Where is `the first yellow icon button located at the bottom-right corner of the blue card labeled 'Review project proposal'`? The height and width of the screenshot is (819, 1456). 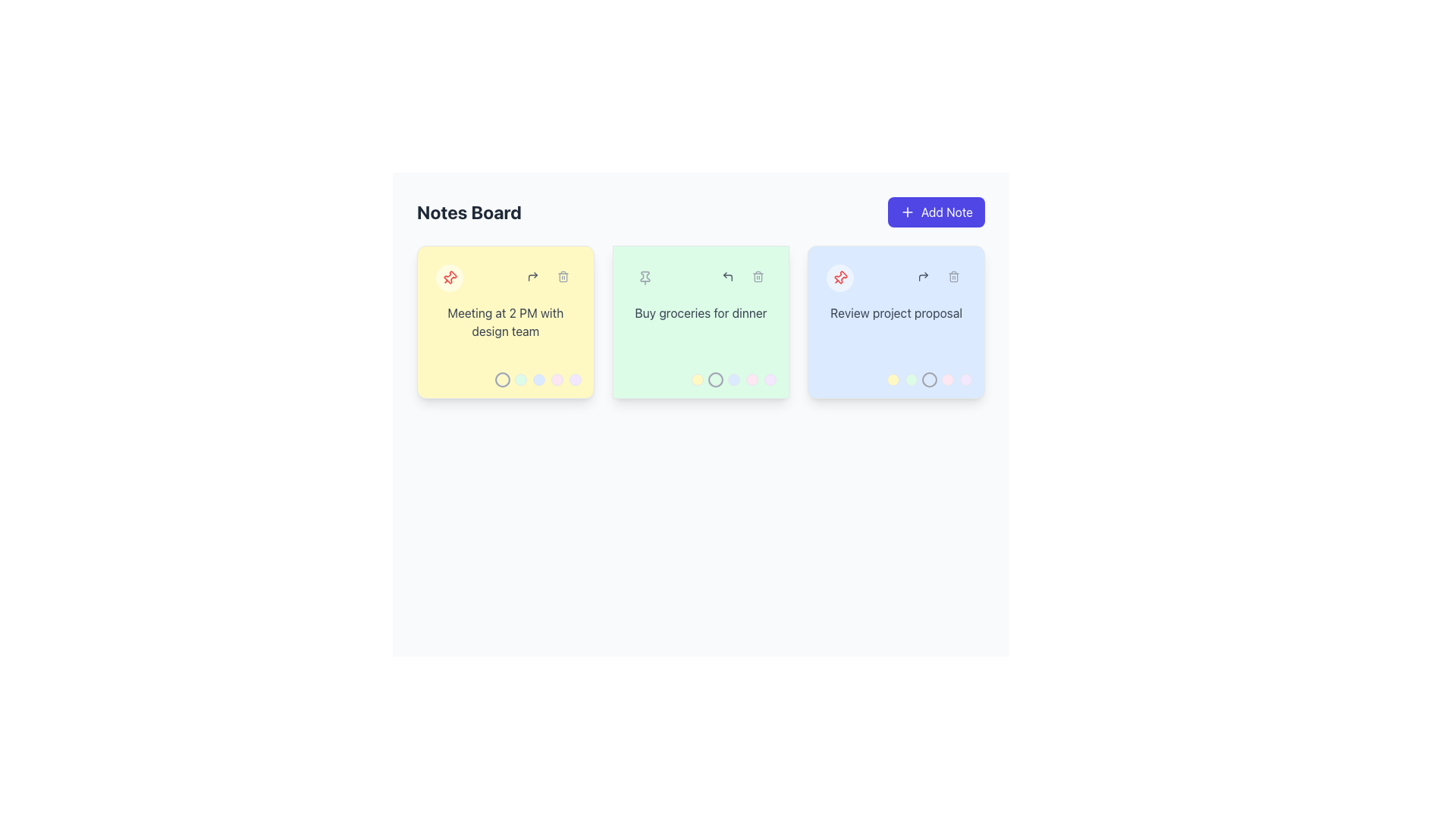
the first yellow icon button located at the bottom-right corner of the blue card labeled 'Review project proposal' is located at coordinates (893, 379).